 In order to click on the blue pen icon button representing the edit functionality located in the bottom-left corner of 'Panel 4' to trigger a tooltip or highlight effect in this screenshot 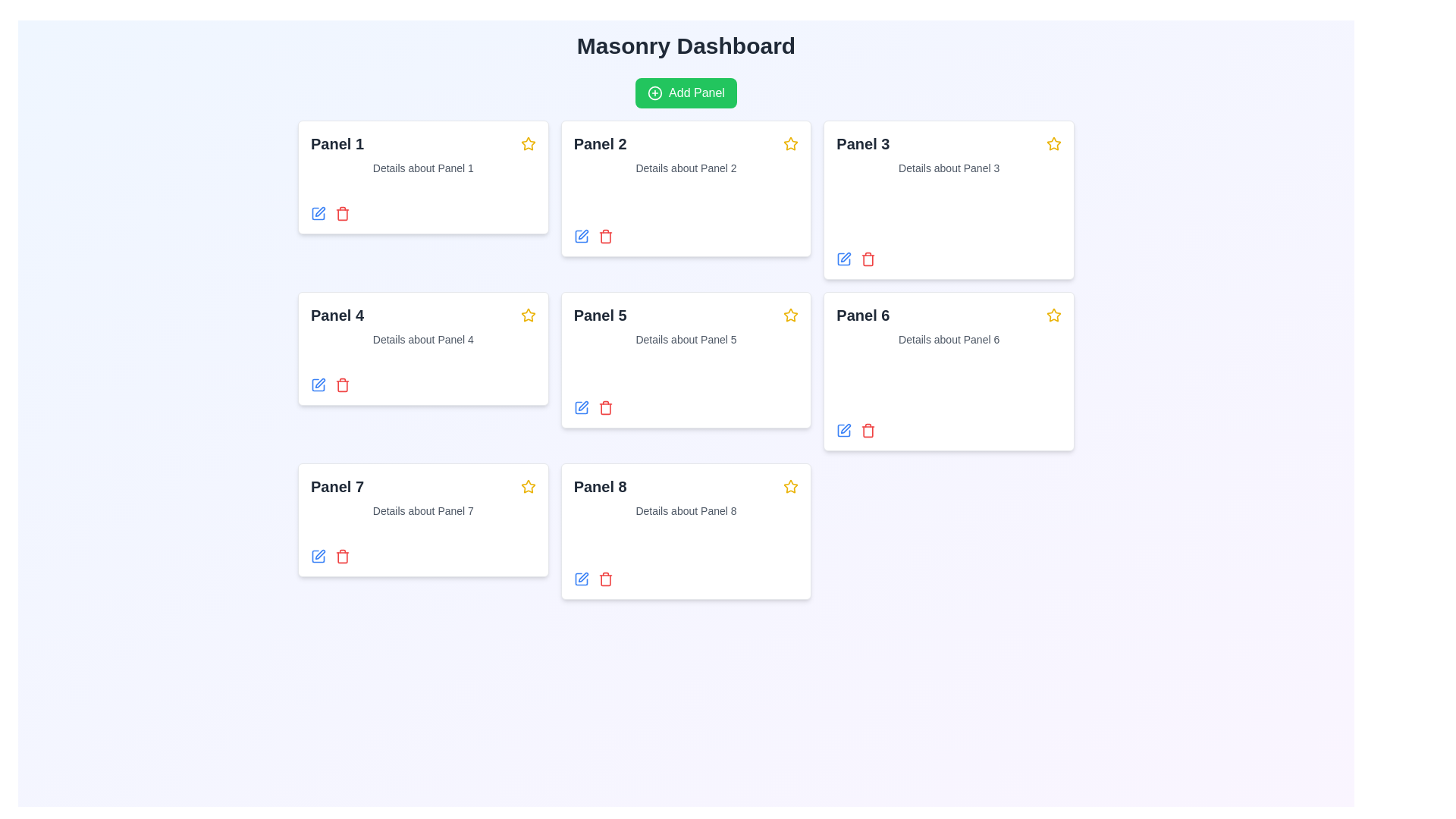, I will do `click(319, 382)`.